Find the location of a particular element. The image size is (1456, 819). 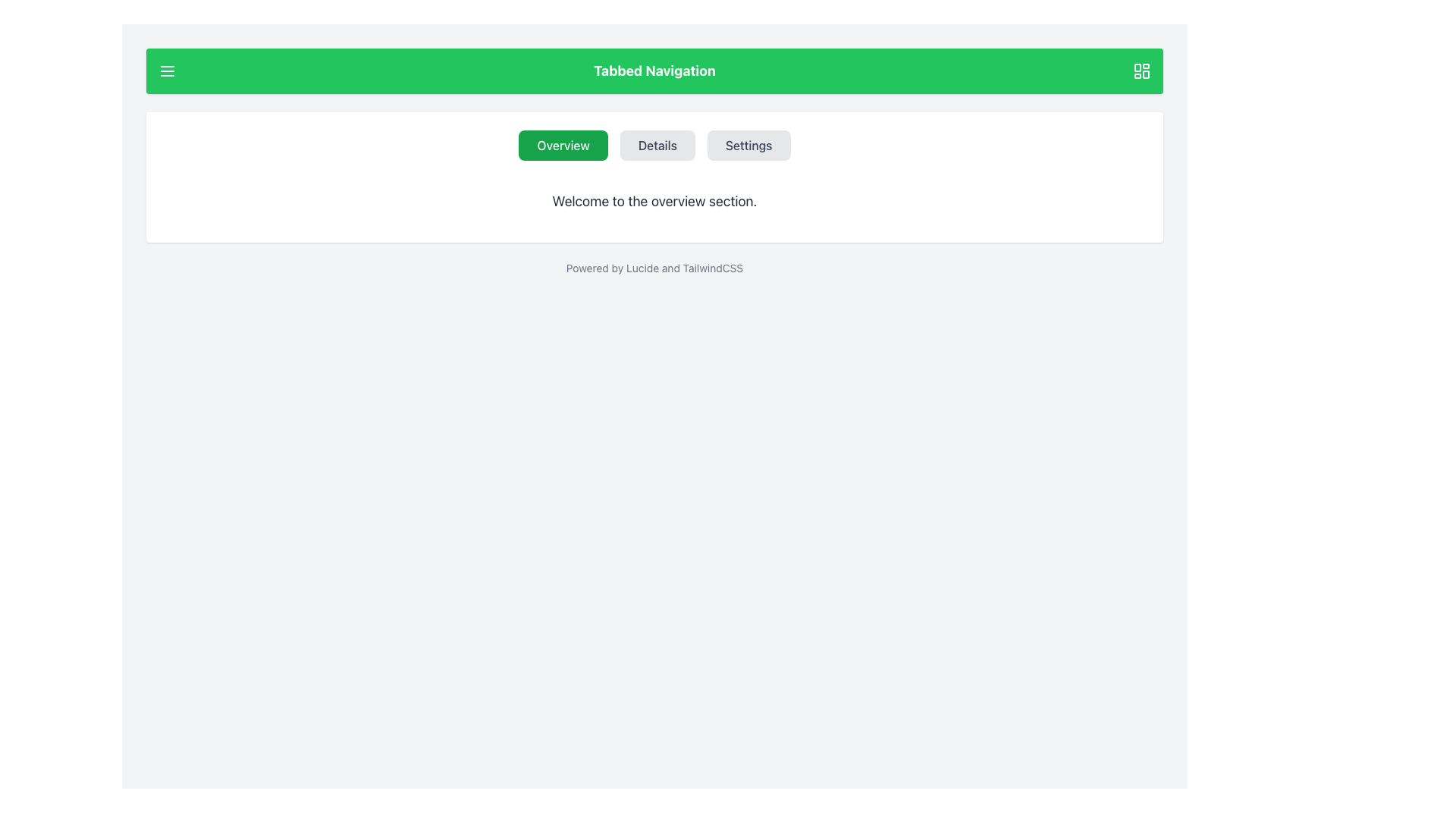

the 'Tabbed Navigation' text label, which is styled with bold and large font on a green background banner at the top of the interface is located at coordinates (654, 71).